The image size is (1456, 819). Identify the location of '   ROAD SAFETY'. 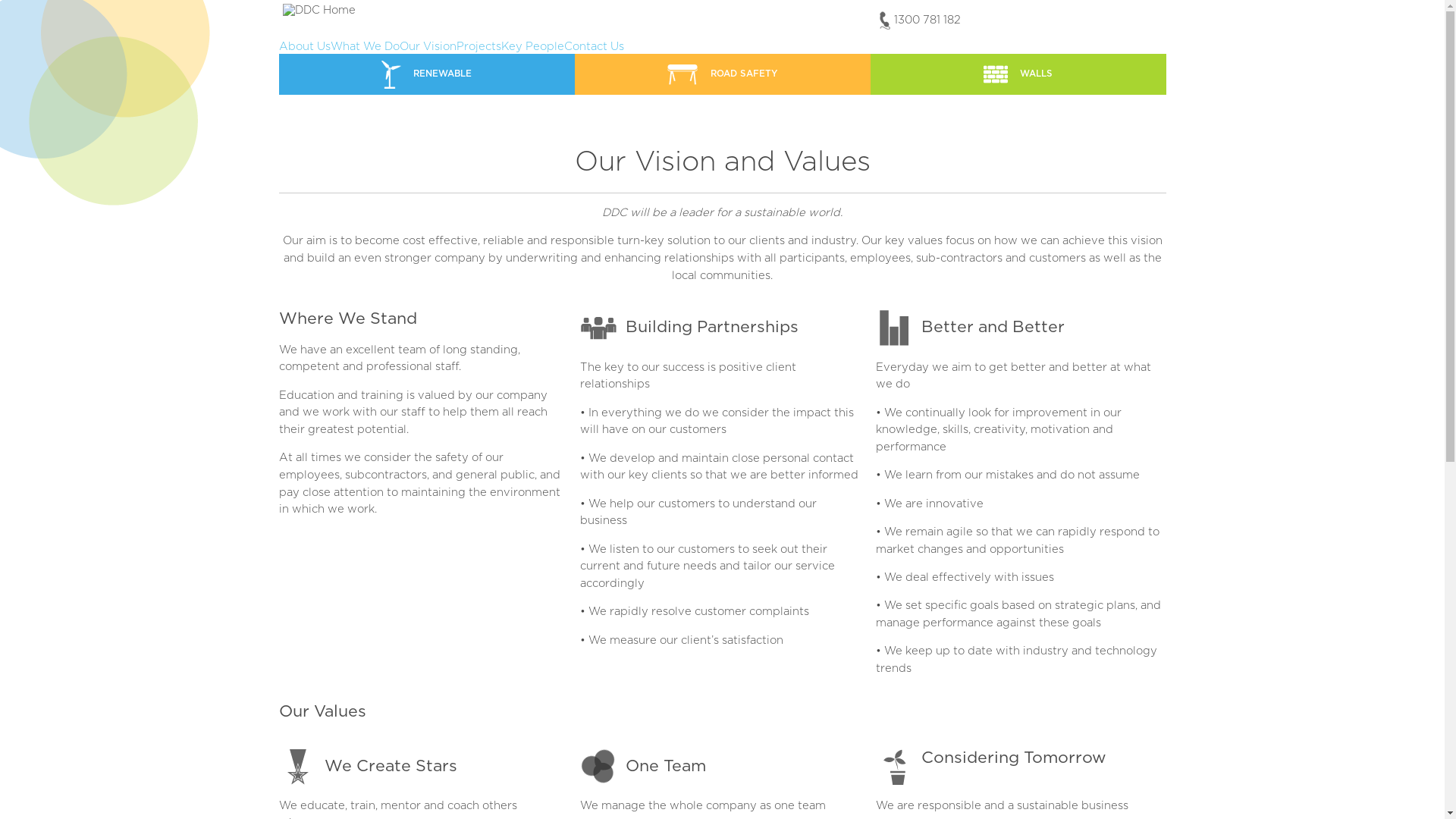
(722, 74).